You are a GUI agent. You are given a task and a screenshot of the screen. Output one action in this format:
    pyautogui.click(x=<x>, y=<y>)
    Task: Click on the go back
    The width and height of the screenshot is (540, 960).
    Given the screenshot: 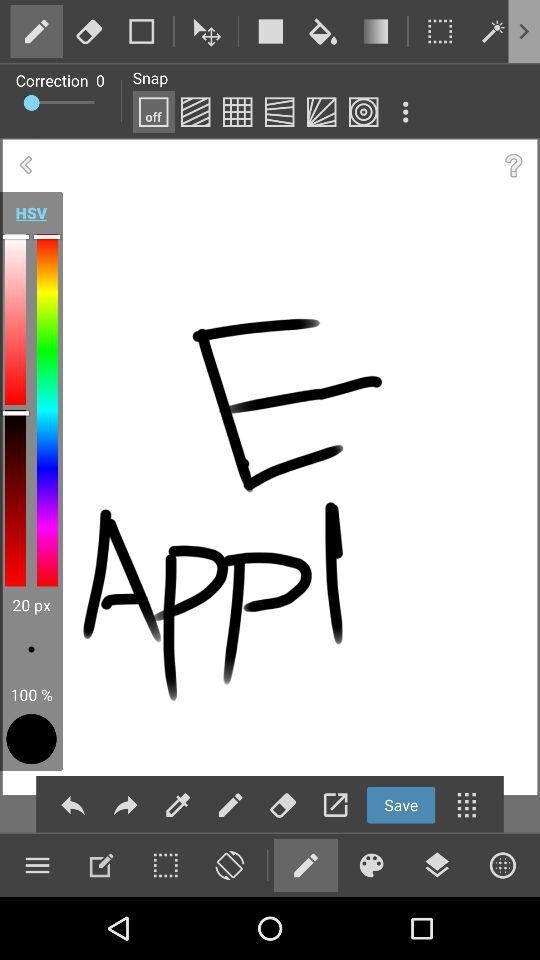 What is the action you would take?
    pyautogui.click(x=25, y=164)
    